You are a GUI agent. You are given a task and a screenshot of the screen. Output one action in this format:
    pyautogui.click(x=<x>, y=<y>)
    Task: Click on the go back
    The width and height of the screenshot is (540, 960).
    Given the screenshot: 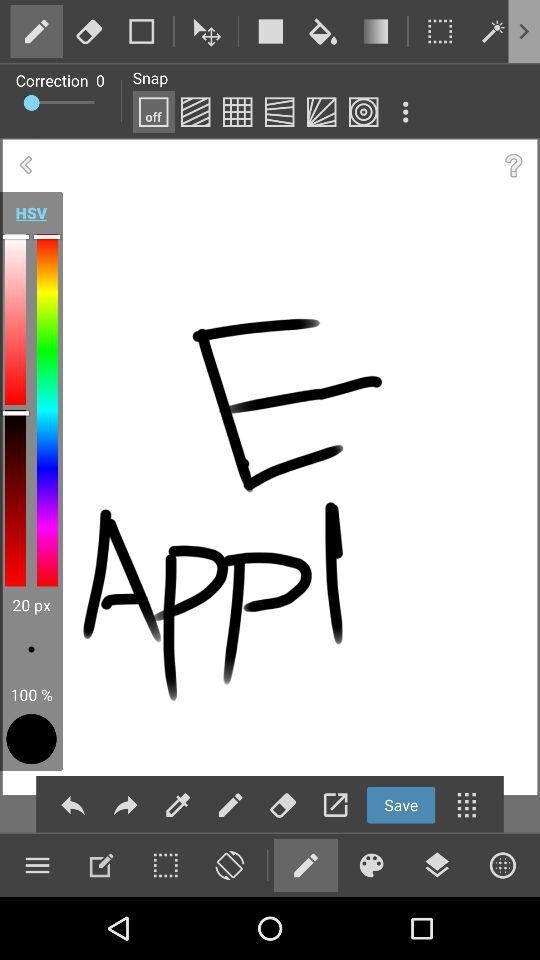 What is the action you would take?
    pyautogui.click(x=25, y=164)
    